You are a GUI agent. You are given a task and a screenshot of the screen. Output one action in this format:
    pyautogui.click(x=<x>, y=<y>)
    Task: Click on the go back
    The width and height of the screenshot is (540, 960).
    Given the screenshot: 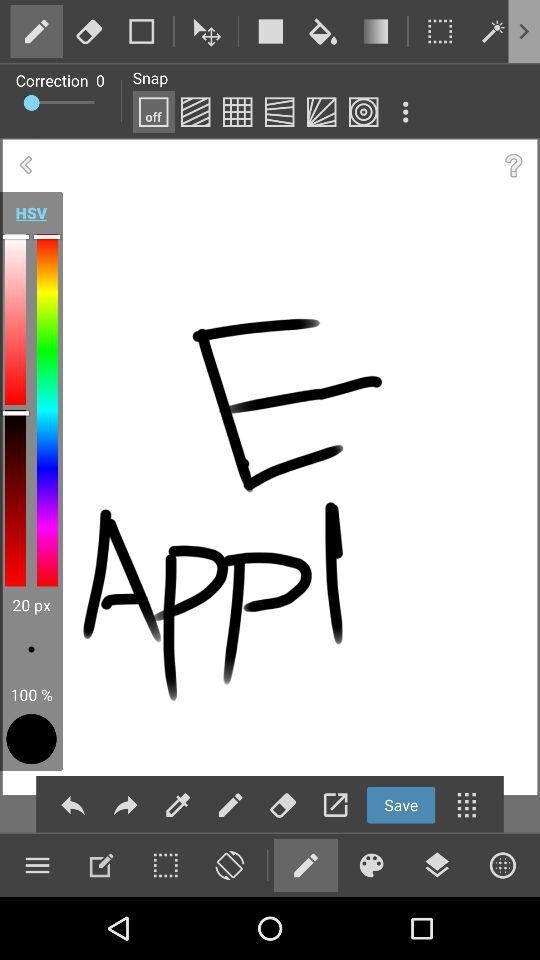 What is the action you would take?
    pyautogui.click(x=25, y=164)
    